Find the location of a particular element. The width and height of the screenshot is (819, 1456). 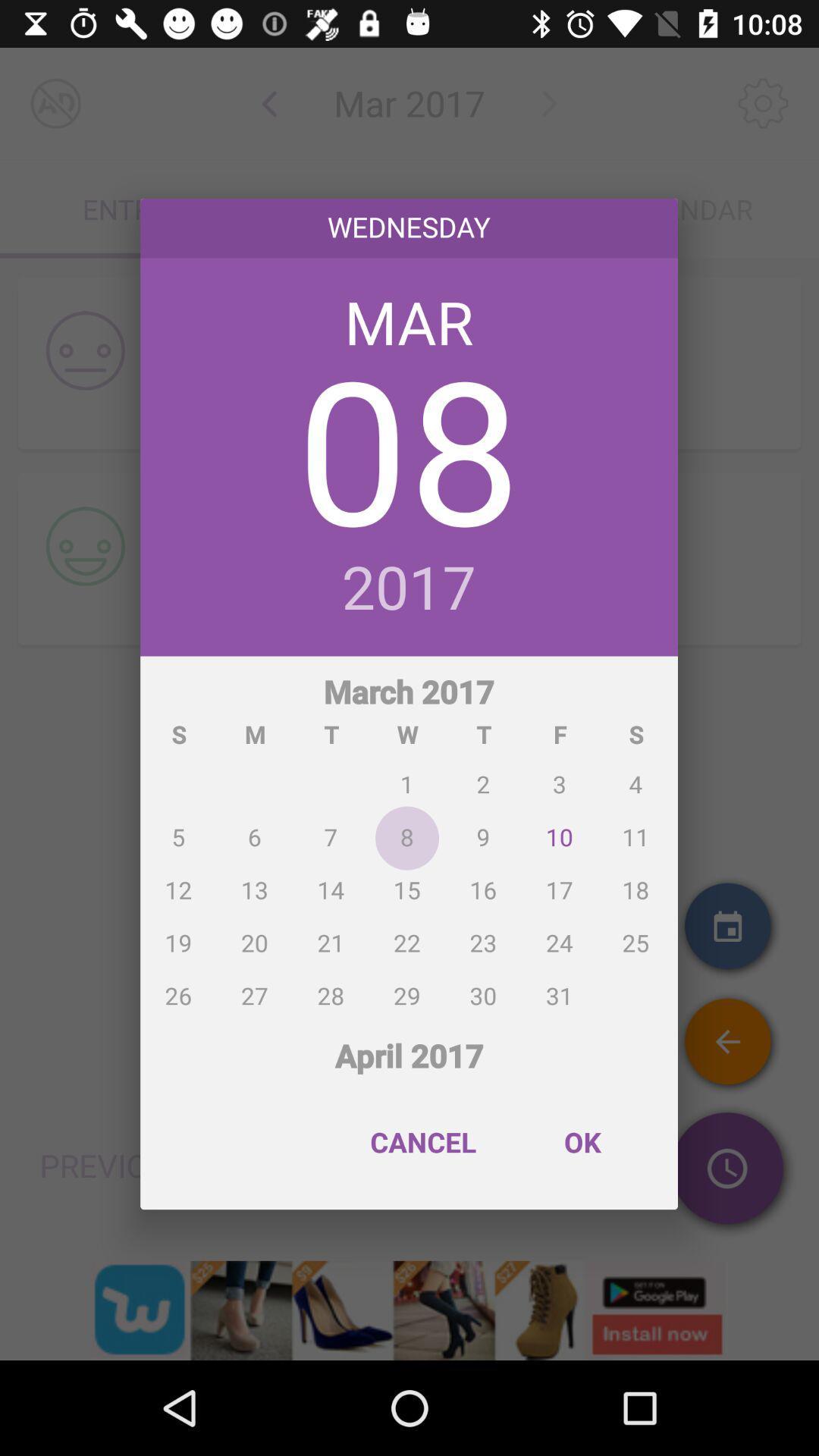

the 2017 icon is located at coordinates (408, 588).